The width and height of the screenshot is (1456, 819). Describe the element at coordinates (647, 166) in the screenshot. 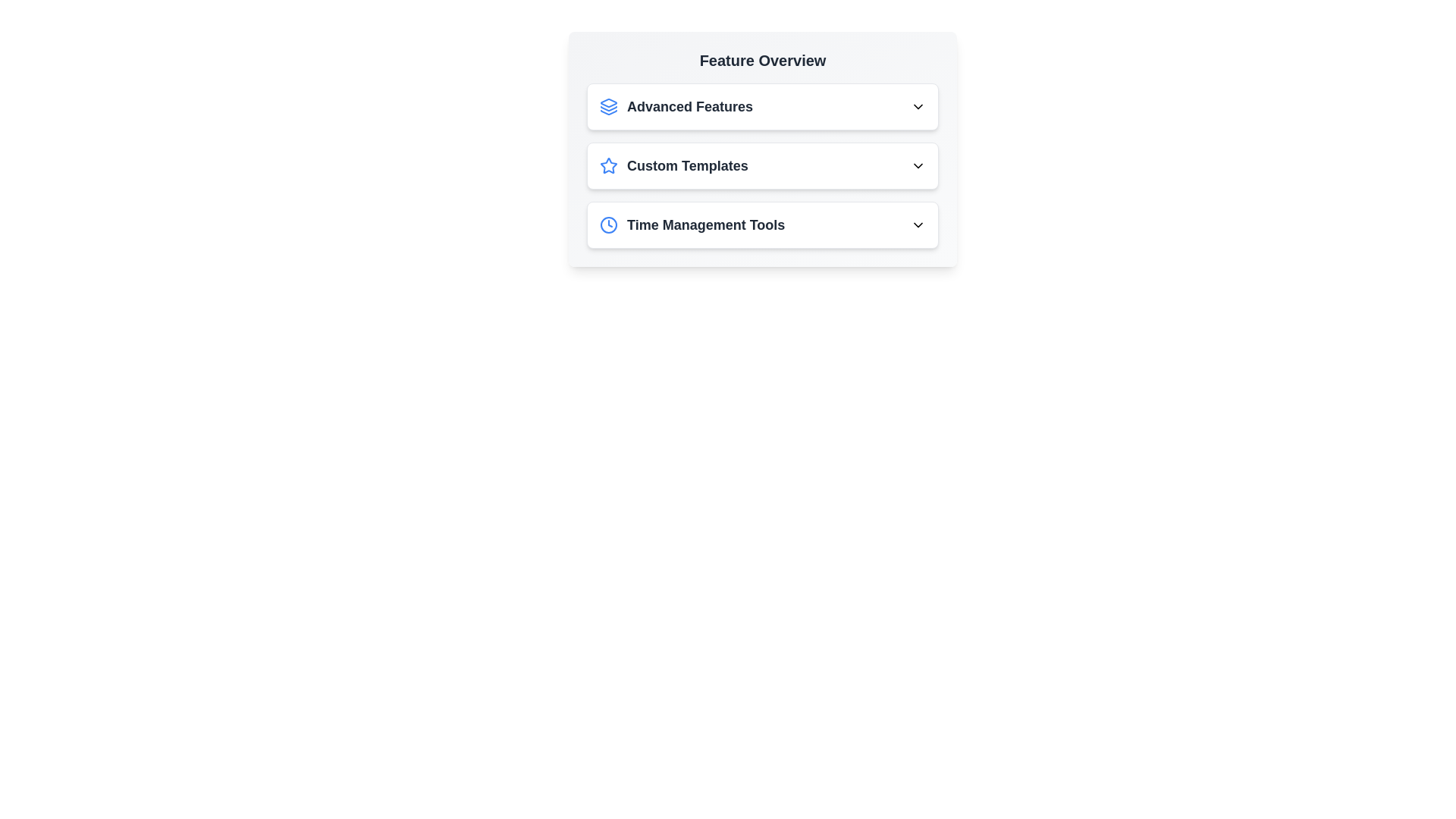

I see `the star corresponding to 3 to examine its rating` at that location.